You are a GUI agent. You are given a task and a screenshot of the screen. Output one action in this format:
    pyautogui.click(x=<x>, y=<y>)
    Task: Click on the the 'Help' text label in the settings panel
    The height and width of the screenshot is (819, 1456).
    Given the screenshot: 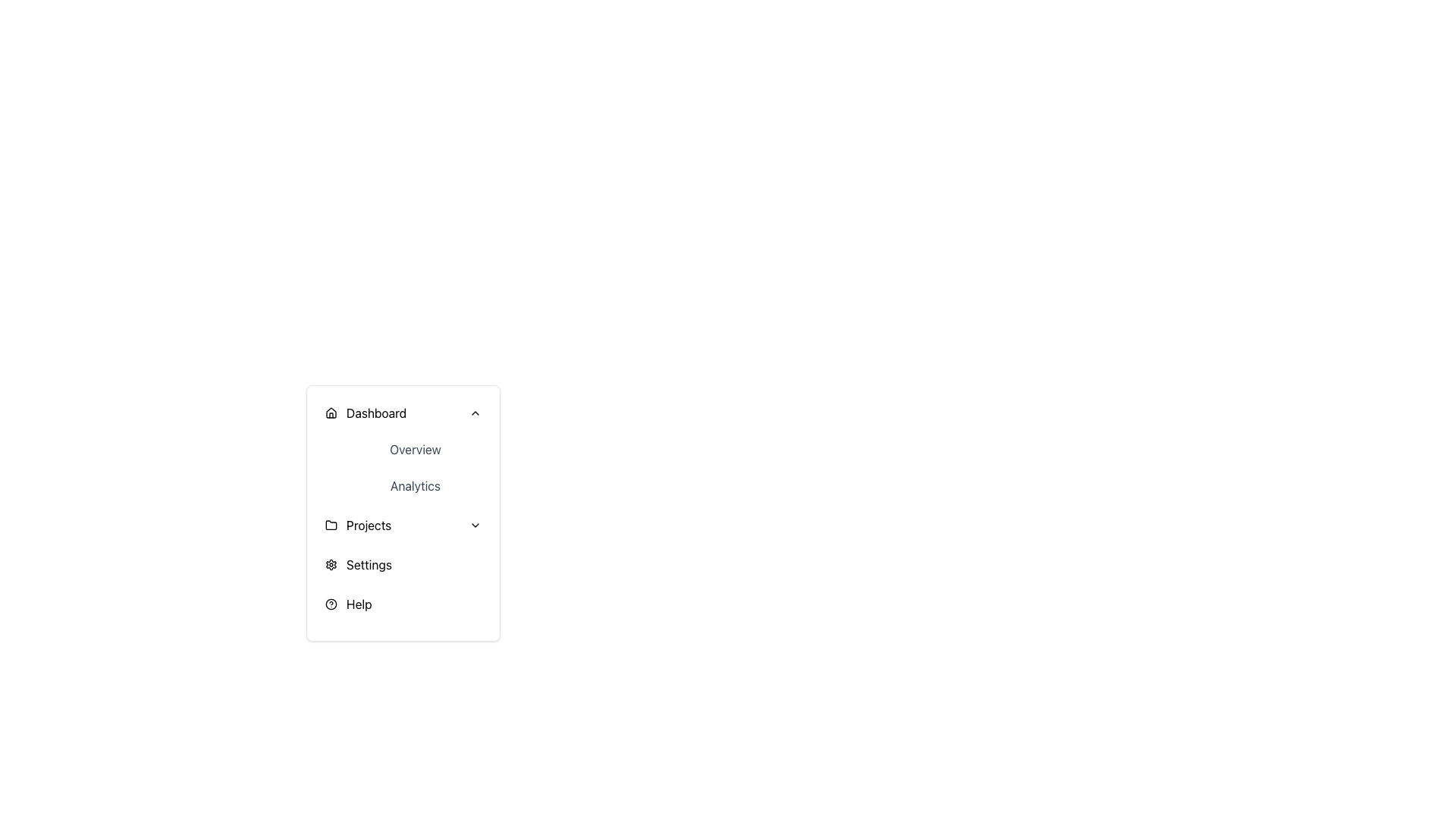 What is the action you would take?
    pyautogui.click(x=358, y=604)
    